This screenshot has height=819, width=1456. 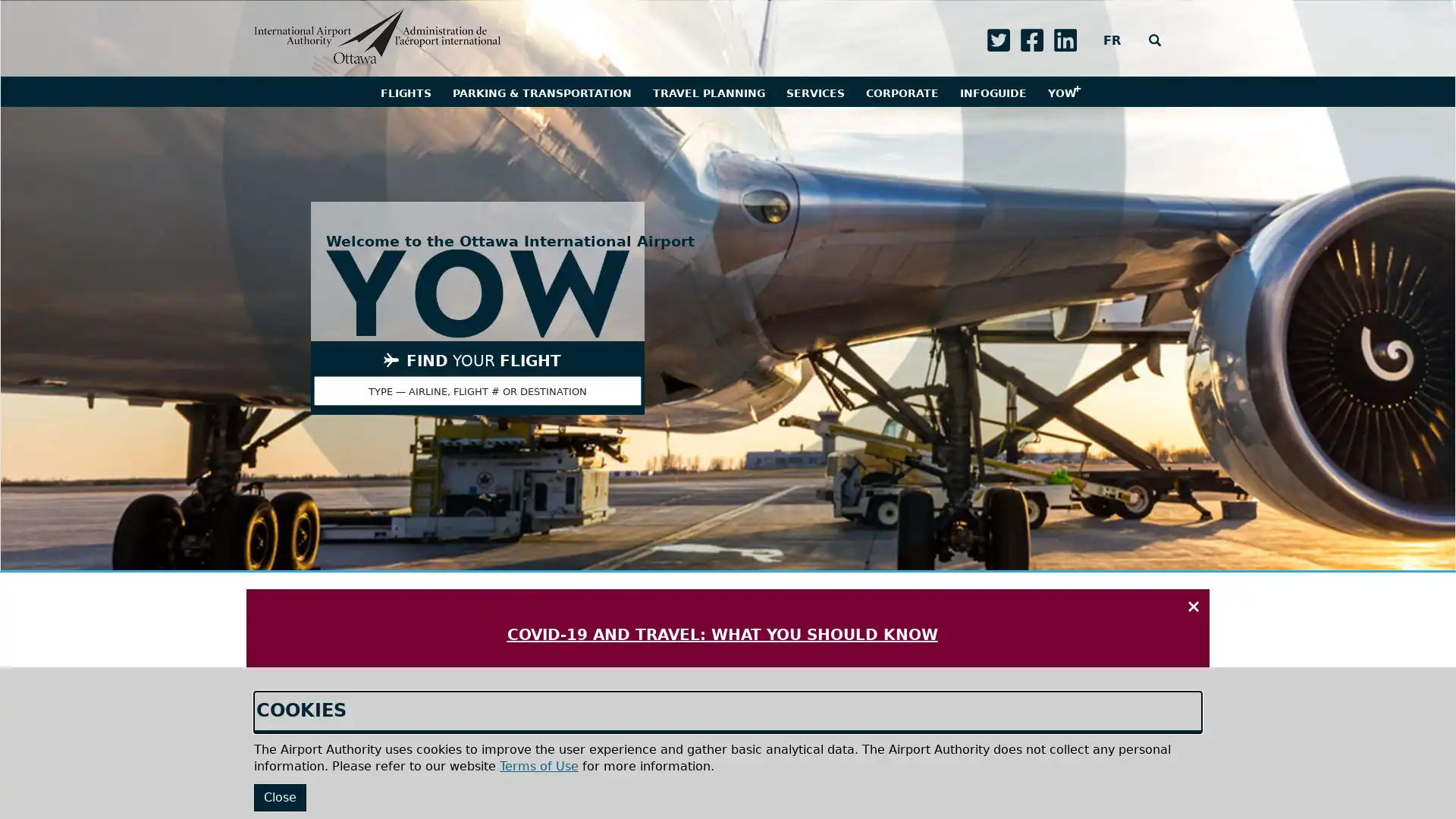 I want to click on Disable auto-refresh, so click(x=468, y=798).